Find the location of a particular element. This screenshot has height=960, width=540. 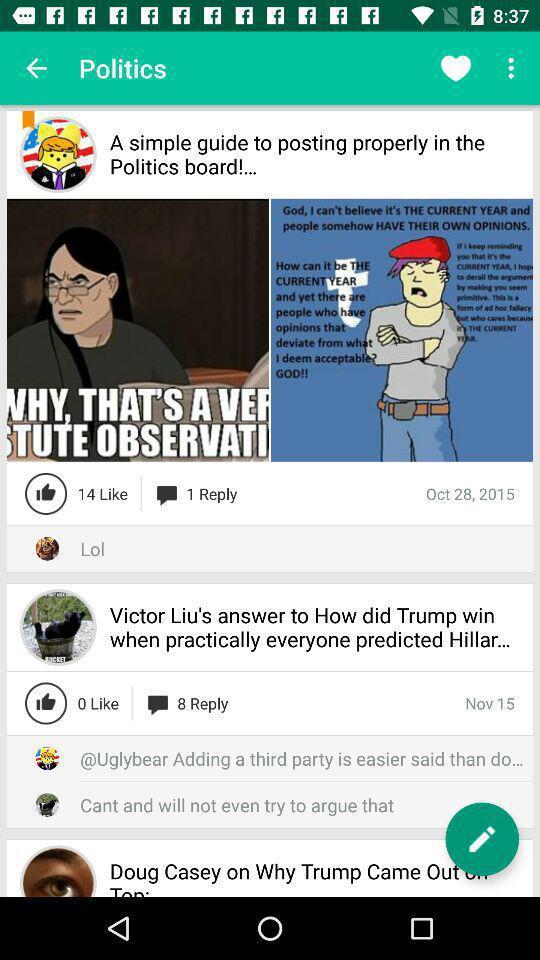

new is located at coordinates (481, 839).